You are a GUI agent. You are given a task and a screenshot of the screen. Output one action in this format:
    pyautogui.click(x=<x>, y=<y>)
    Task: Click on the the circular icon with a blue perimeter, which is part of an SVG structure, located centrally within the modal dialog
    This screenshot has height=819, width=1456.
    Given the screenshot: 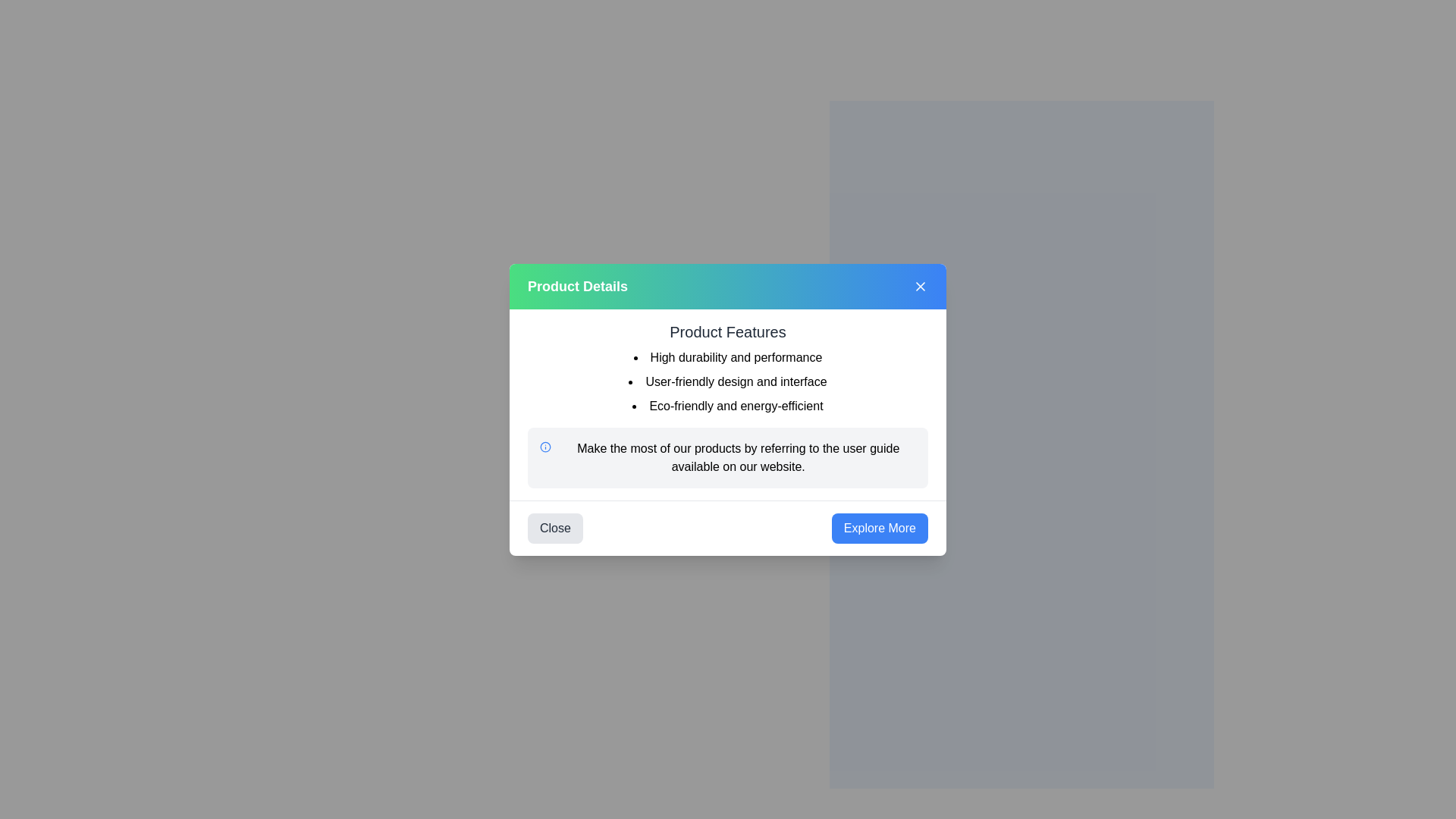 What is the action you would take?
    pyautogui.click(x=545, y=446)
    